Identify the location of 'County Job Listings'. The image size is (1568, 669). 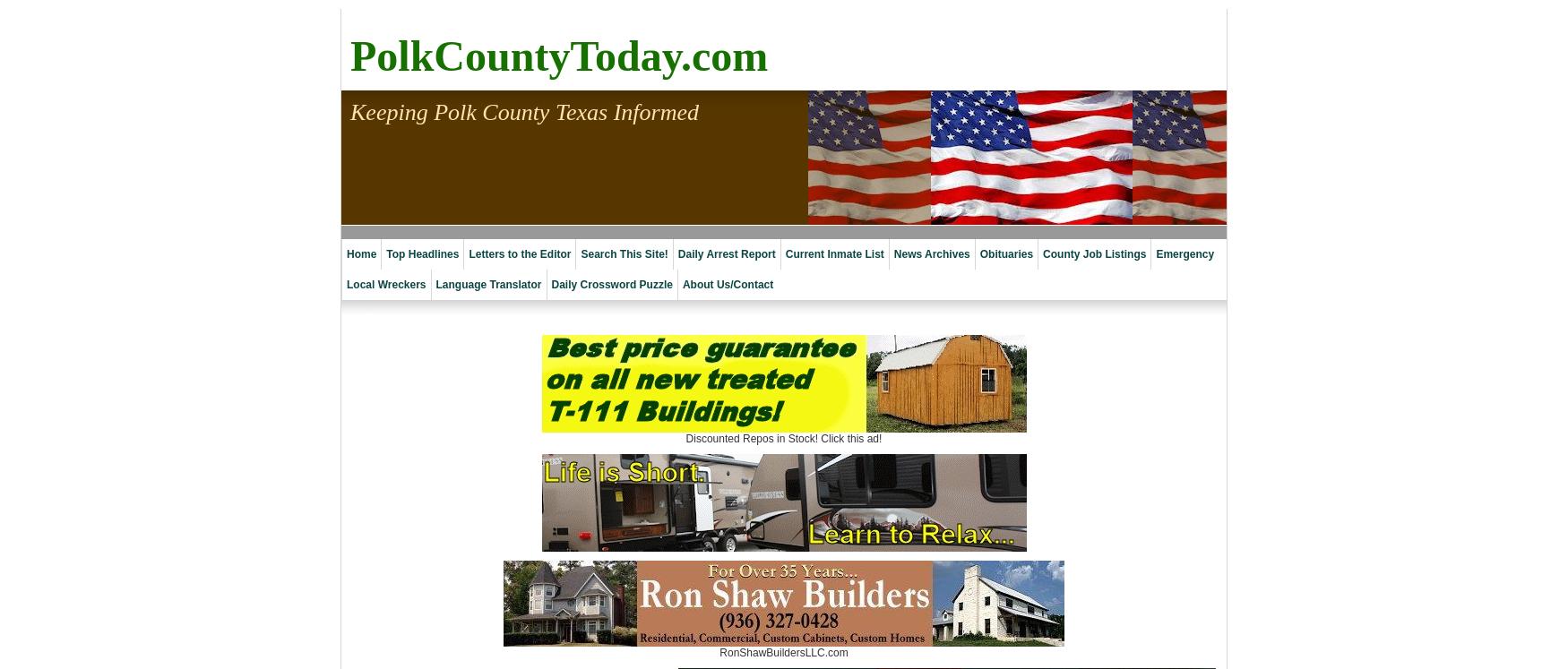
(1094, 254).